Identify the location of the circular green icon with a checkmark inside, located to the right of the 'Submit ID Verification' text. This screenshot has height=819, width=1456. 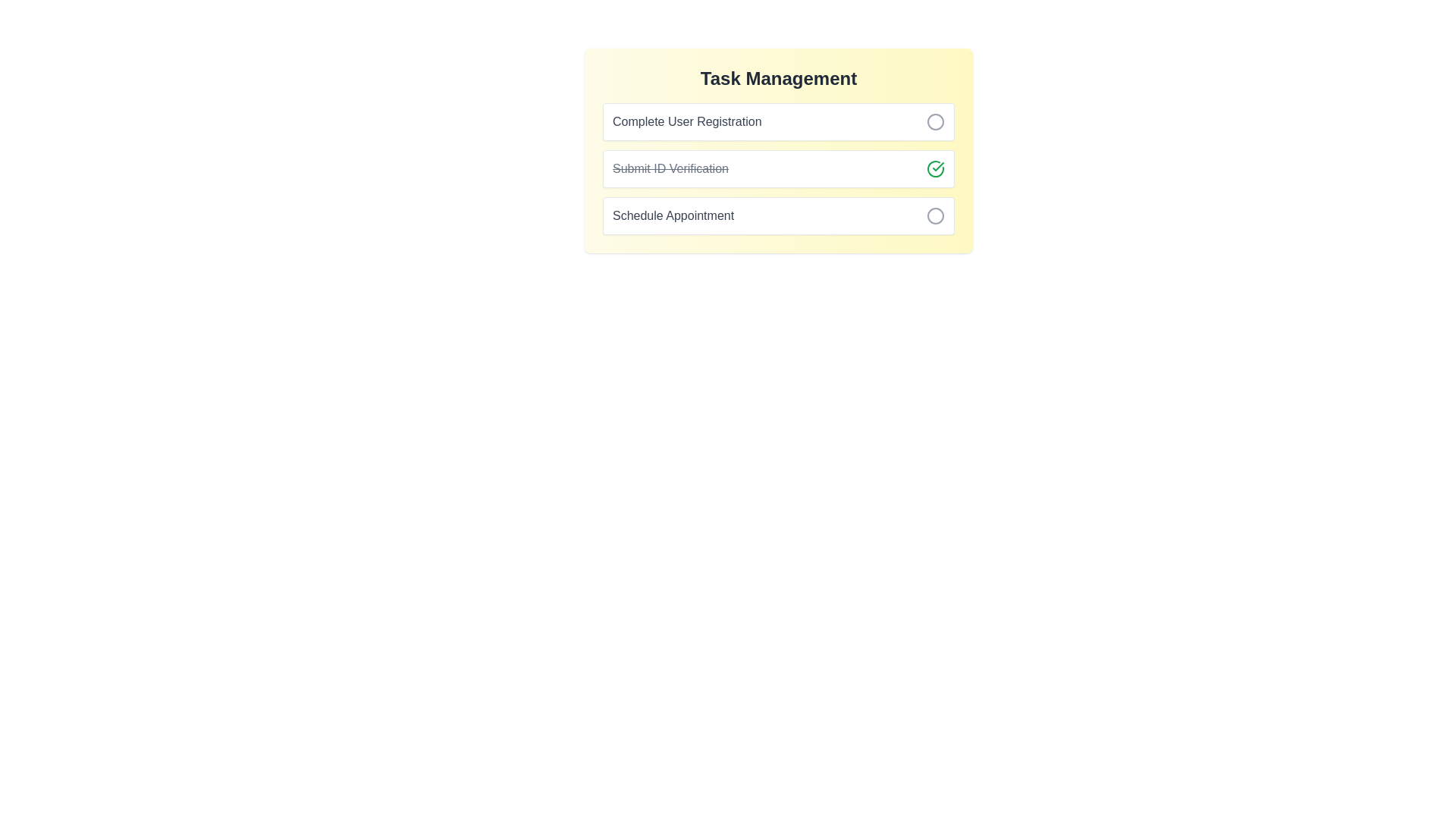
(934, 169).